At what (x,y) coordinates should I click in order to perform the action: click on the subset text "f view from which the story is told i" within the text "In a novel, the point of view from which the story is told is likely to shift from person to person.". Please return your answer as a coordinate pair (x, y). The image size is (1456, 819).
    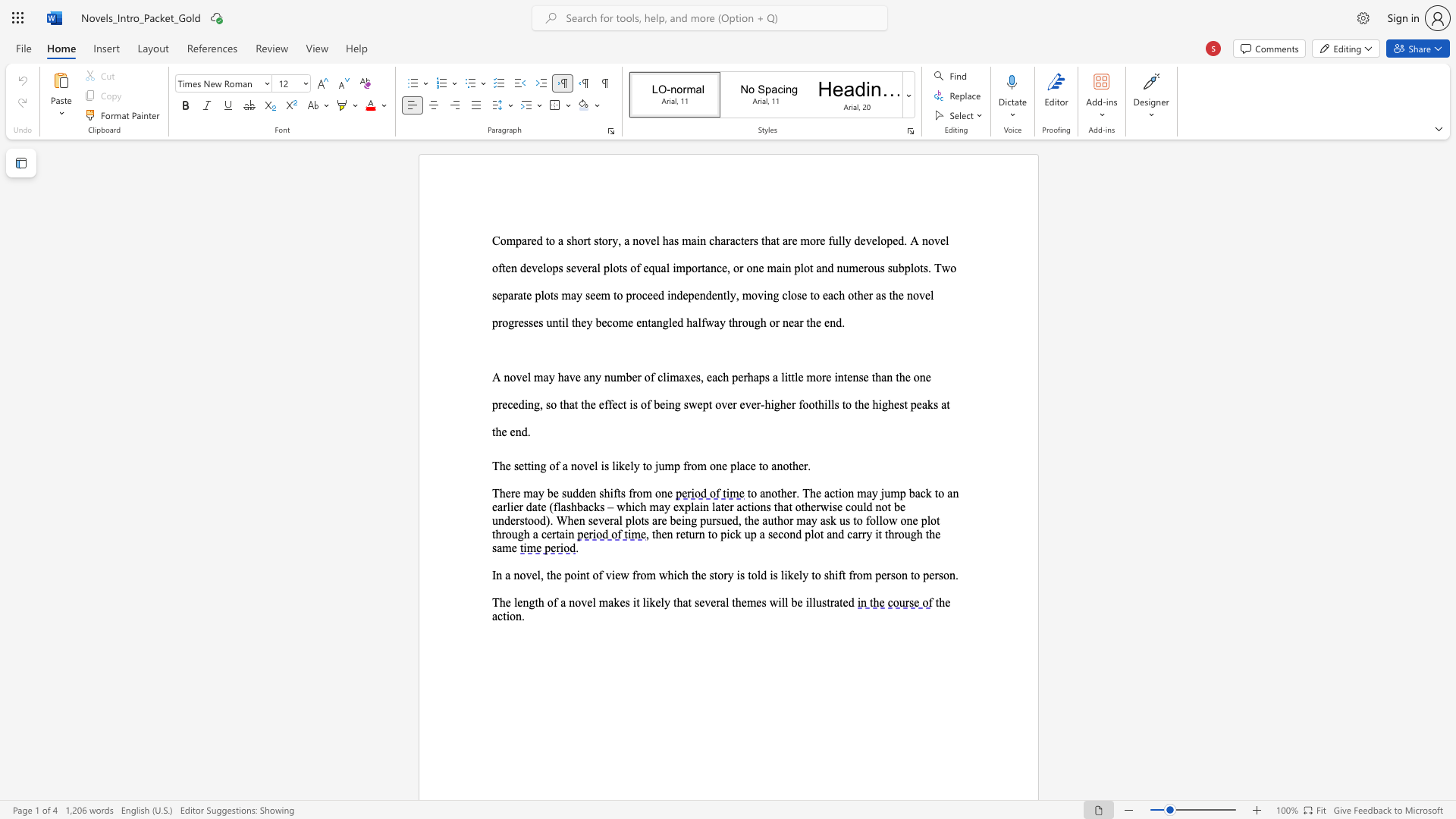
    Looking at the image, I should click on (598, 575).